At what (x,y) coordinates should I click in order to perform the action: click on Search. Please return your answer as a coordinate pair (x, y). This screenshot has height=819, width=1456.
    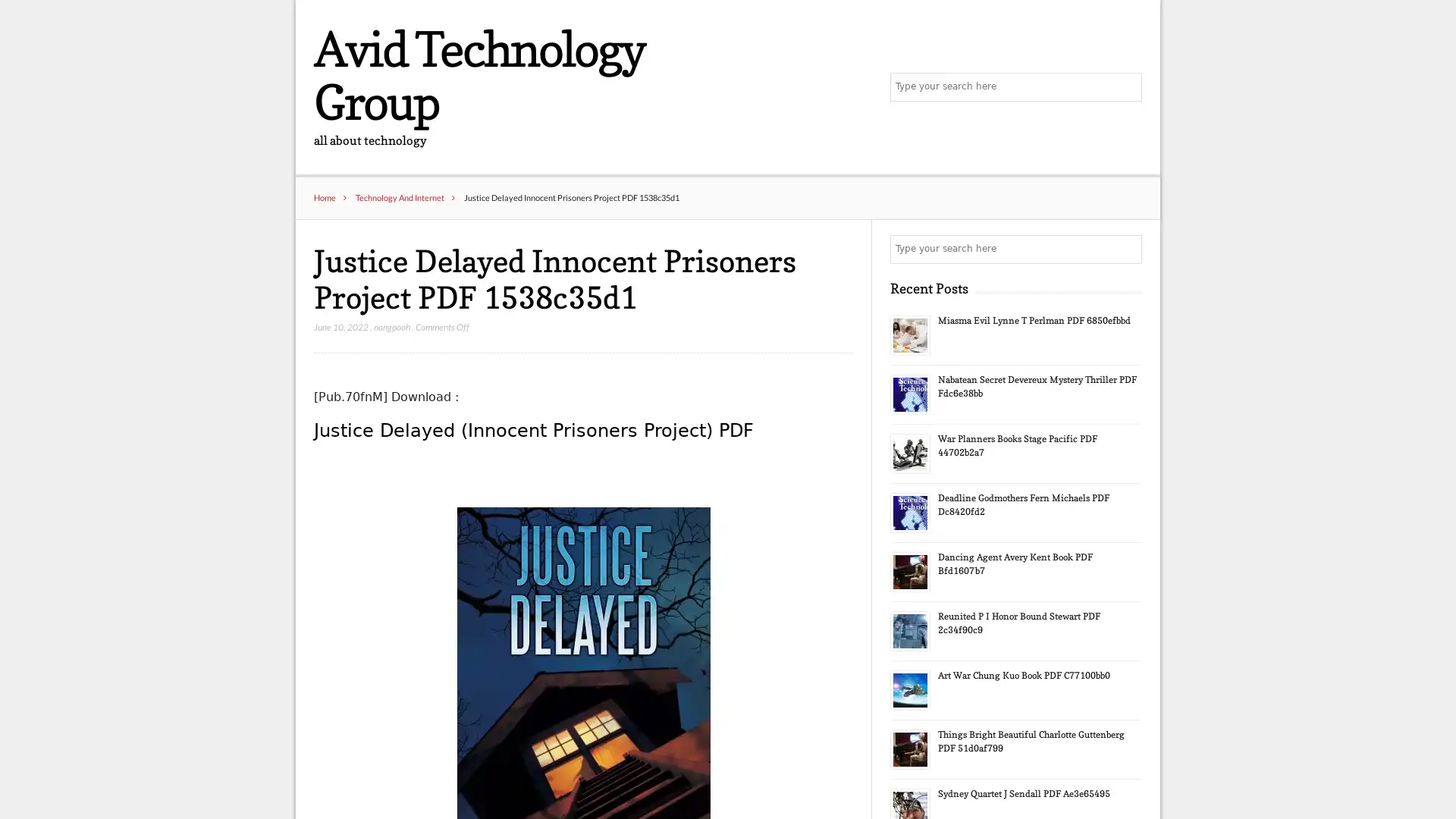
    Looking at the image, I should click on (1126, 87).